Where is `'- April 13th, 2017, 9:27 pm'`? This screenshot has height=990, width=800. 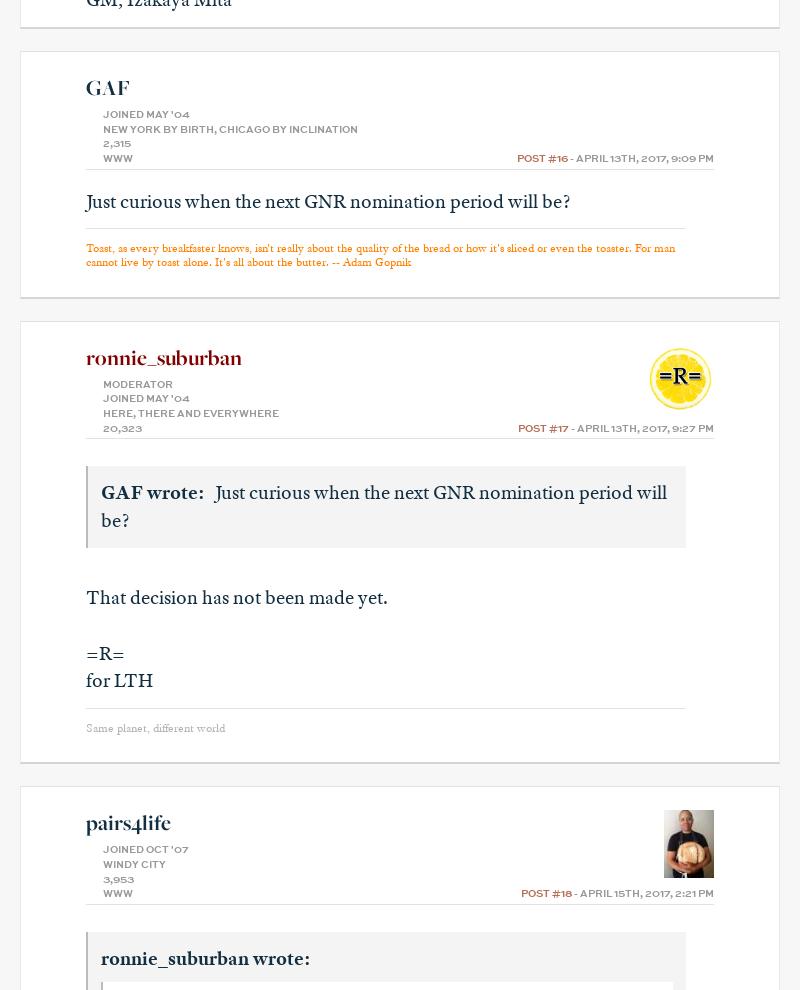 '- April 13th, 2017, 9:27 pm' is located at coordinates (640, 426).